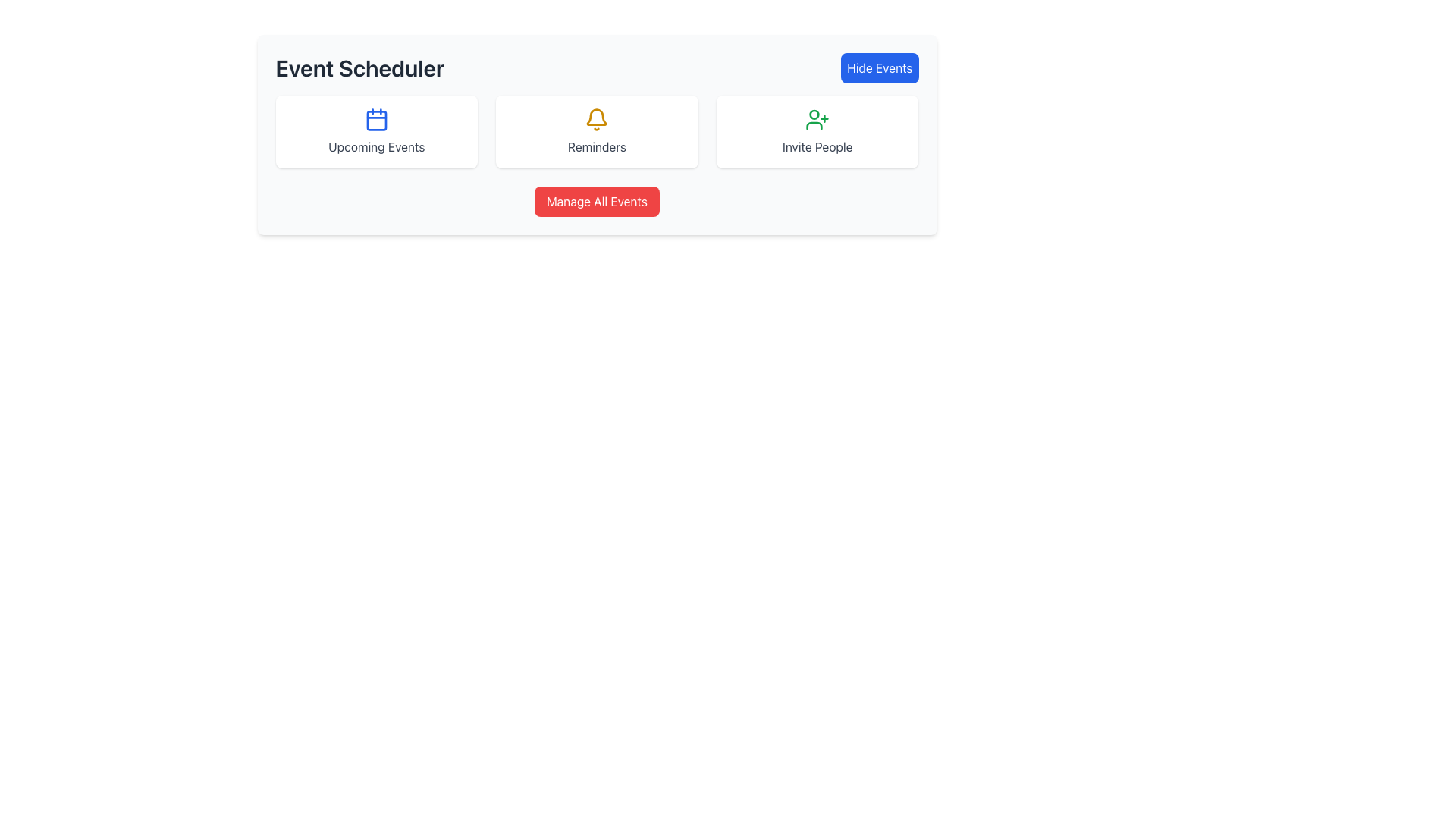 The image size is (1456, 819). What do you see at coordinates (817, 130) in the screenshot?
I see `the 'Invite People' button, which is the third button in a row of three, featuring a green icon of a person with a plus sign and labeled with gray text` at bounding box center [817, 130].